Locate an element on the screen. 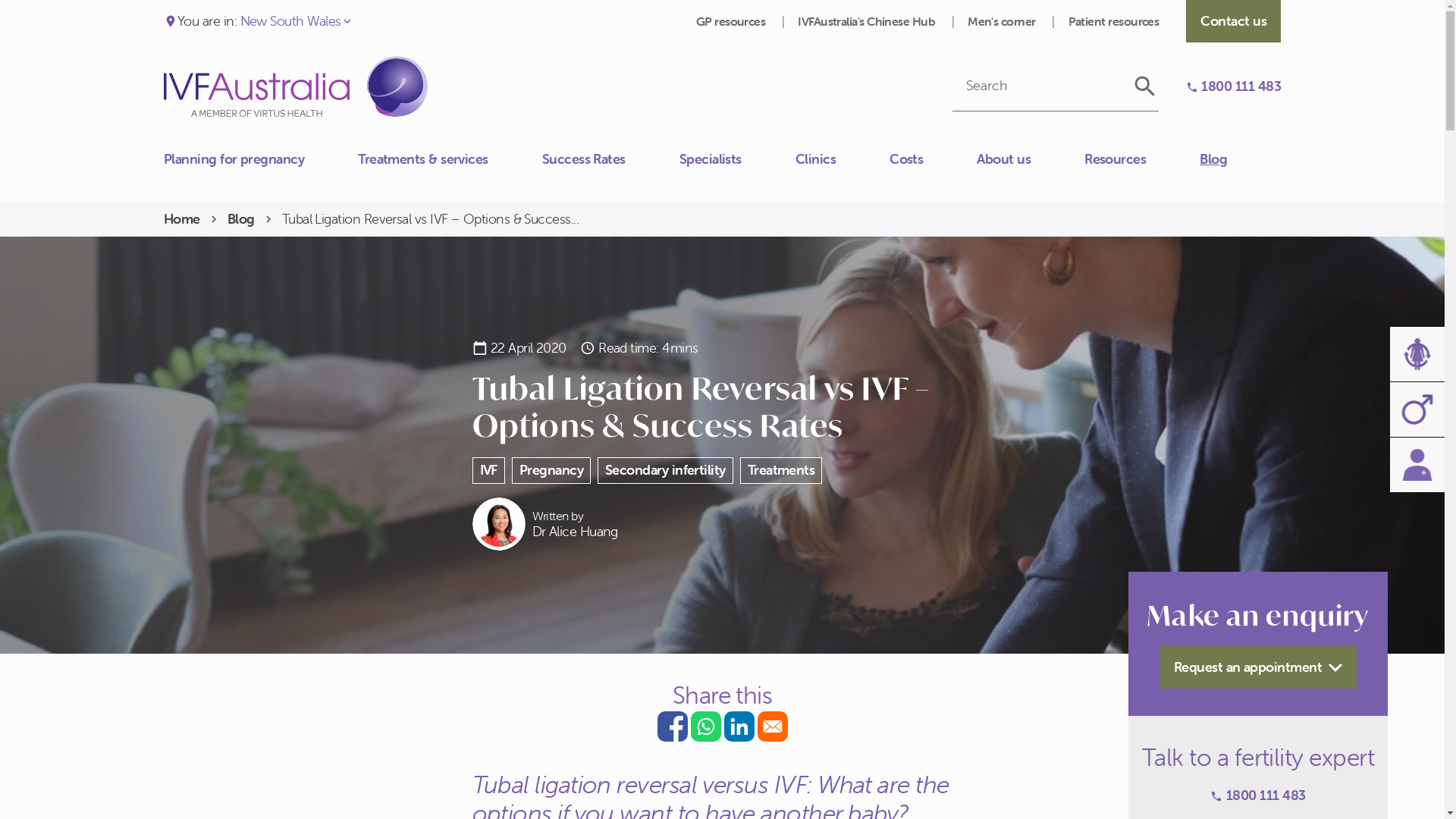  'Treatments & services' is located at coordinates (449, 158).